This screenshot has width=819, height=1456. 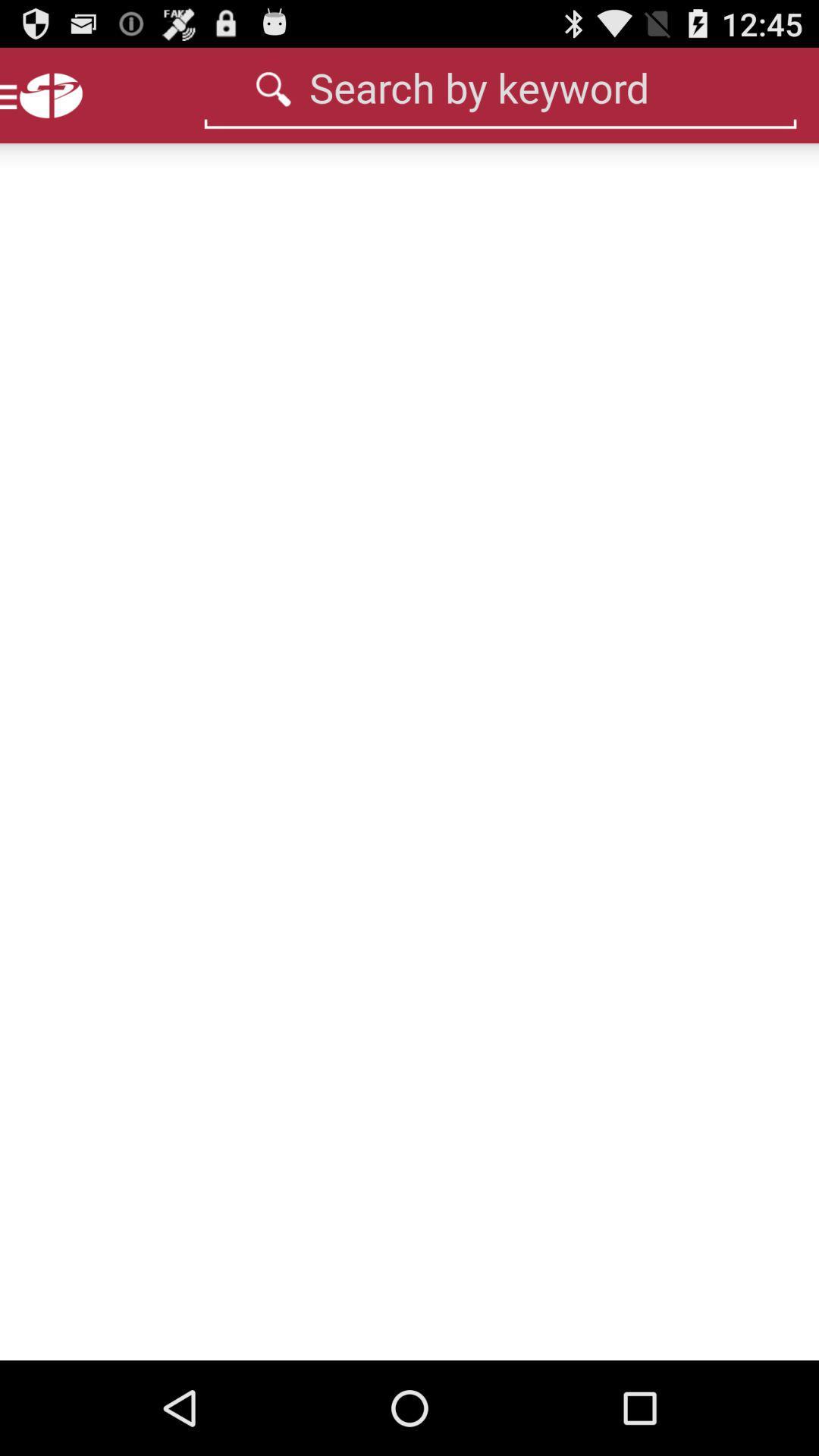 I want to click on search by keyword, so click(x=500, y=86).